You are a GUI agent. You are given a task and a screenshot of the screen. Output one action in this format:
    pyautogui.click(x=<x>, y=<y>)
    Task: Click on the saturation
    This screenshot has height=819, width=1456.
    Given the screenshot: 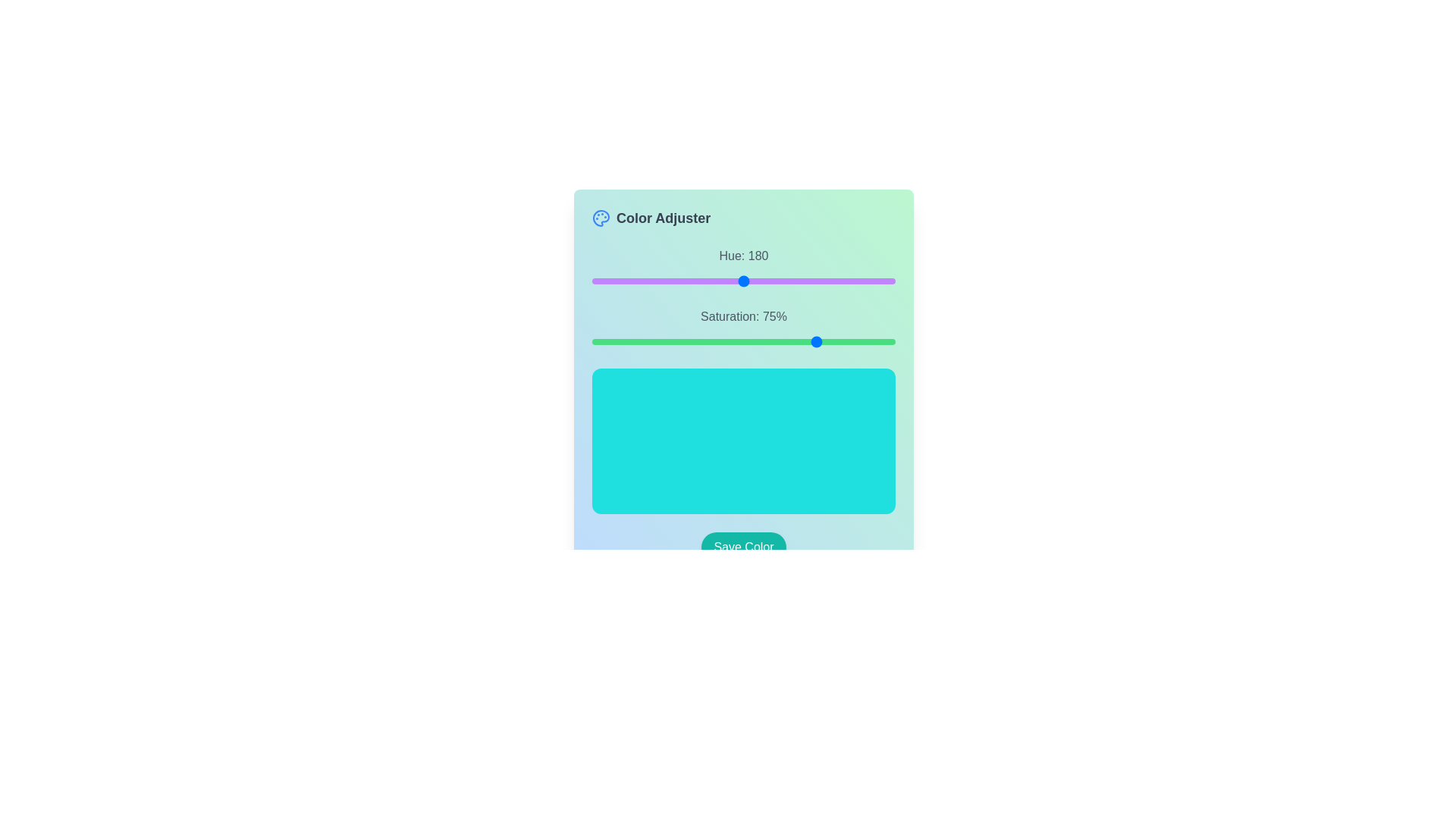 What is the action you would take?
    pyautogui.click(x=815, y=342)
    